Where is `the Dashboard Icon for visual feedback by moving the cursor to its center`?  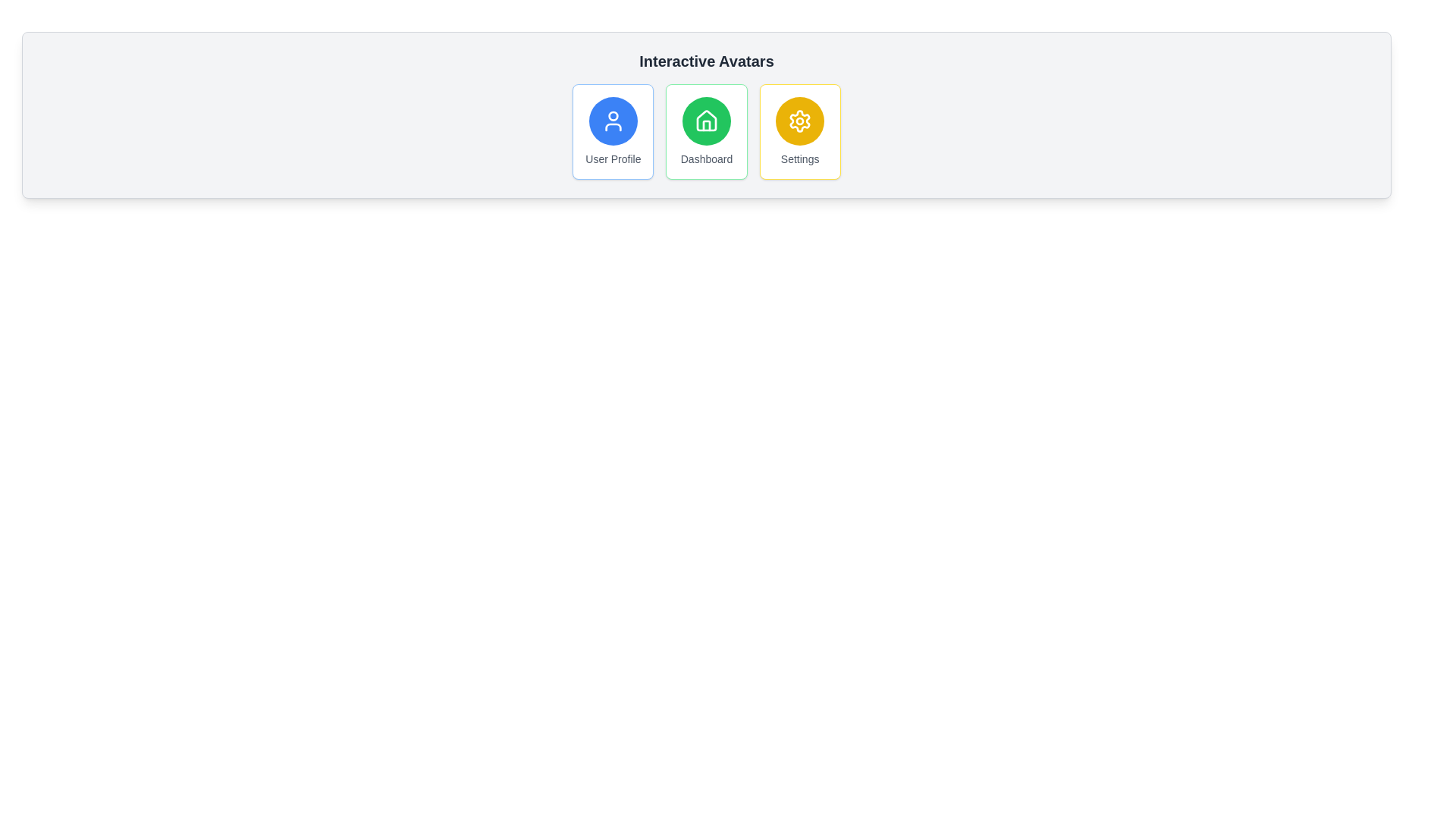 the Dashboard Icon for visual feedback by moving the cursor to its center is located at coordinates (705, 120).